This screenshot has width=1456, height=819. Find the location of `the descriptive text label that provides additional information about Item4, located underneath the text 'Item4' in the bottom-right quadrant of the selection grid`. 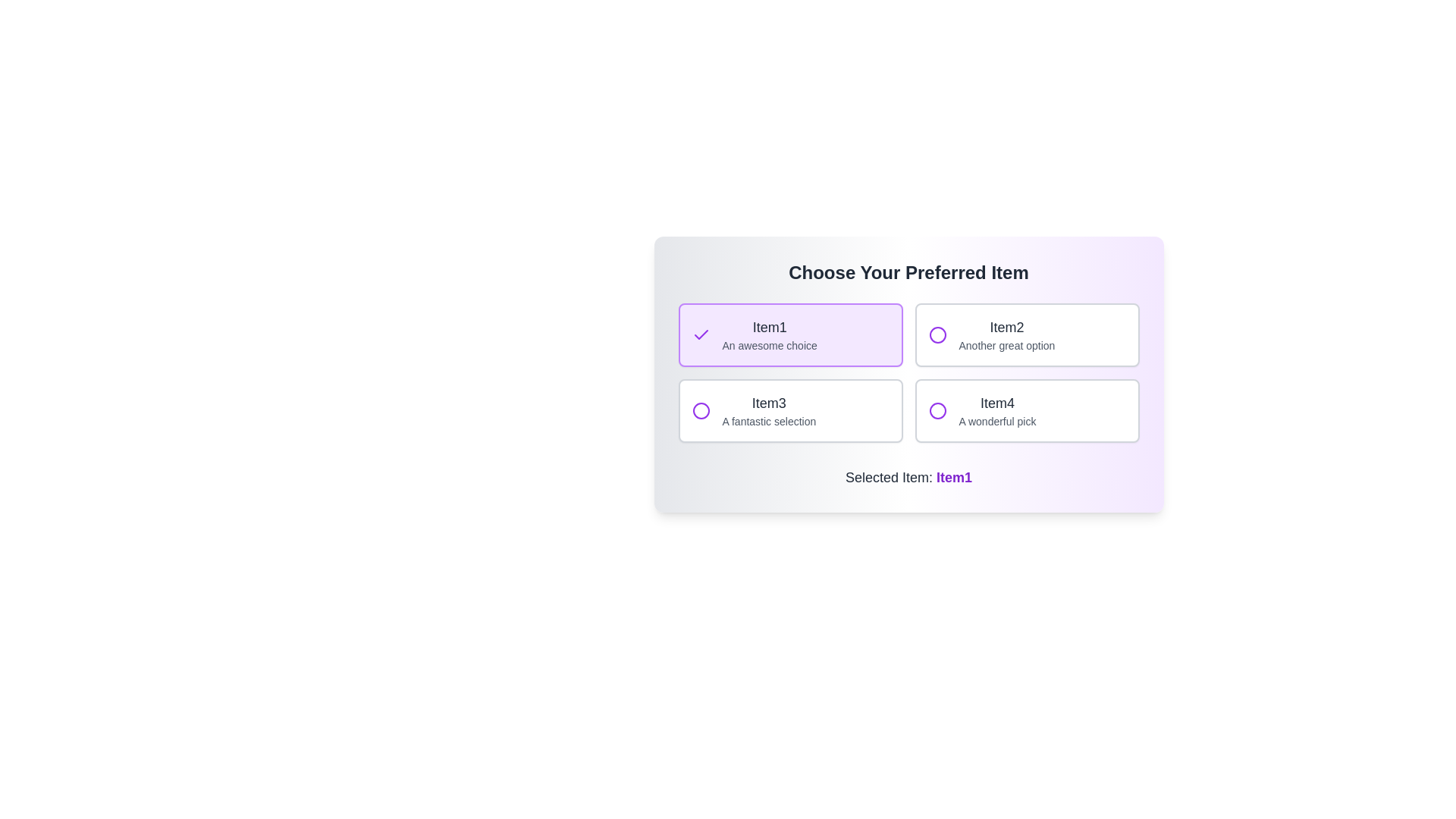

the descriptive text label that provides additional information about Item4, located underneath the text 'Item4' in the bottom-right quadrant of the selection grid is located at coordinates (997, 421).